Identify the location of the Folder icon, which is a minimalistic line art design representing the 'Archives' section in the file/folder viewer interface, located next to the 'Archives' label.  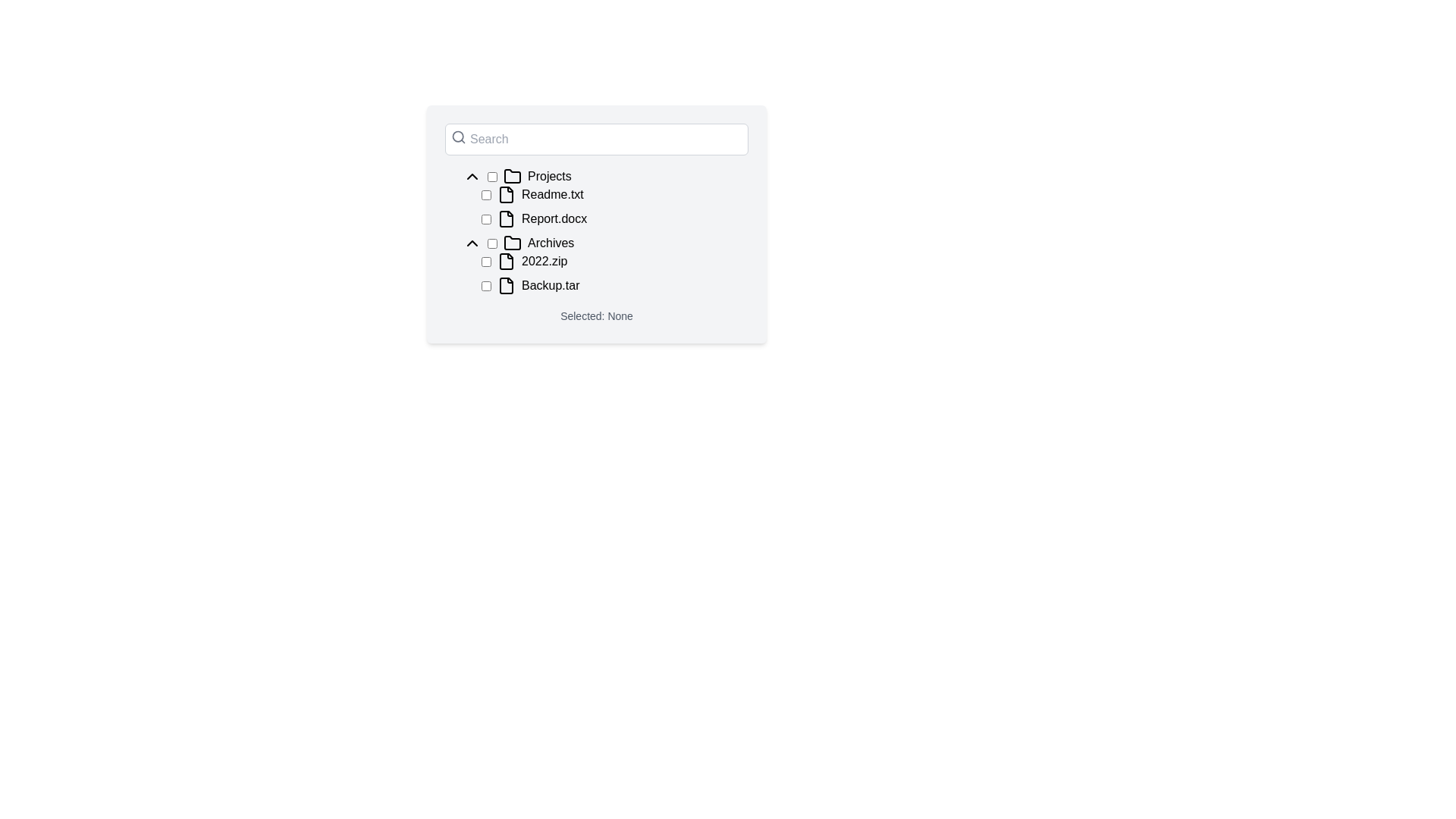
(513, 242).